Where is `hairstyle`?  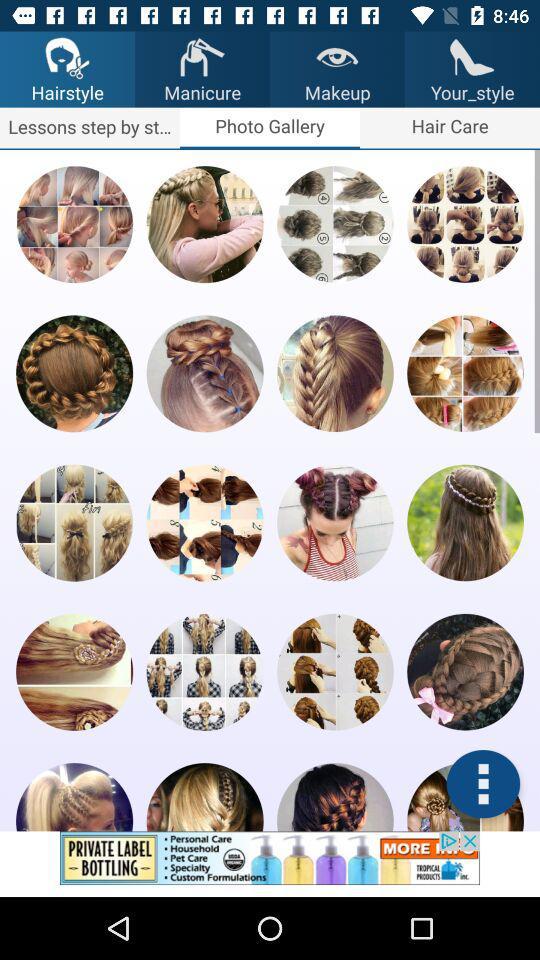
hairstyle is located at coordinates (465, 672).